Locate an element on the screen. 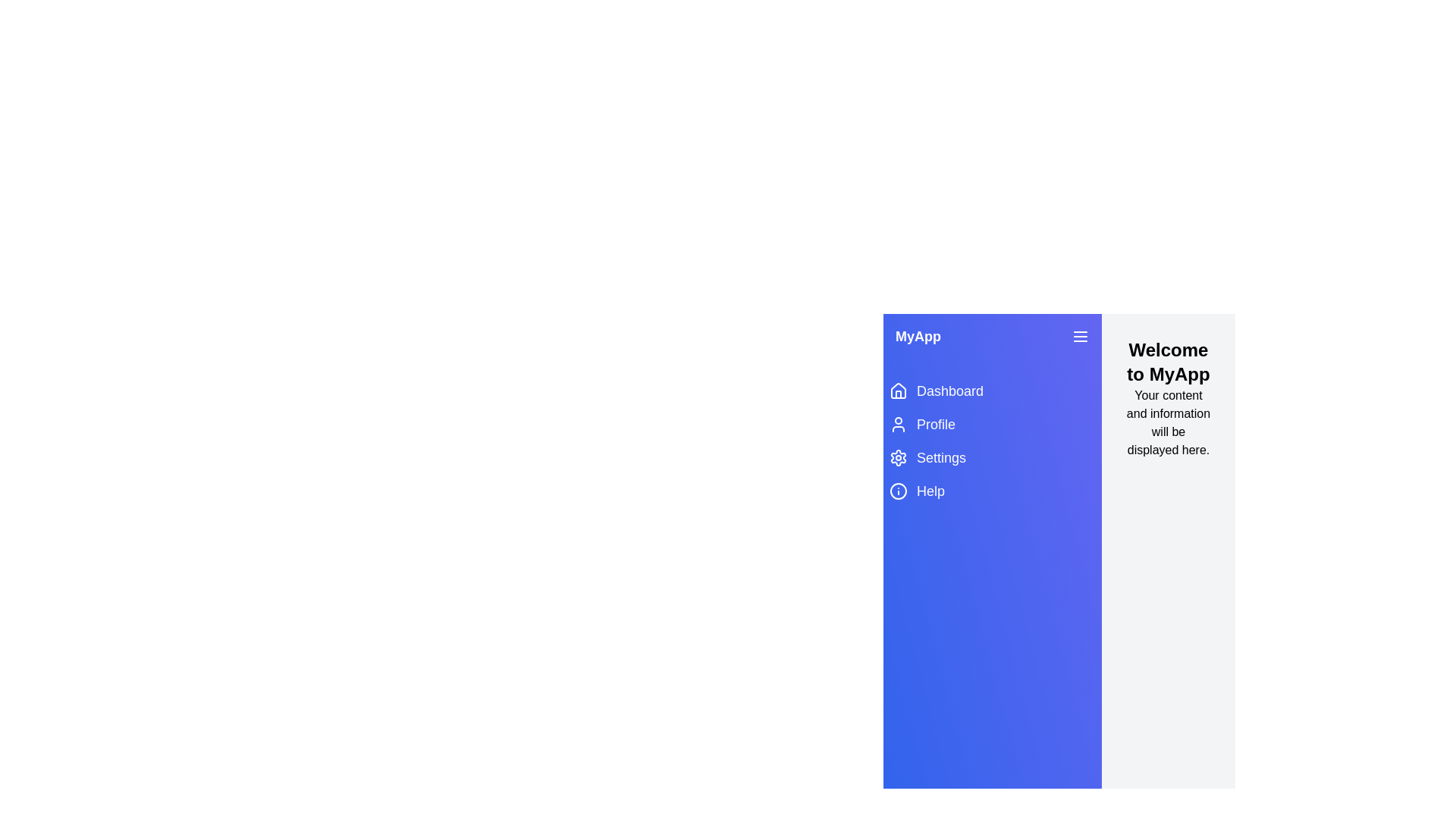 This screenshot has height=819, width=1456. the 'Dashboard' menu item to navigate to the 'Dashboard' page is located at coordinates (993, 391).